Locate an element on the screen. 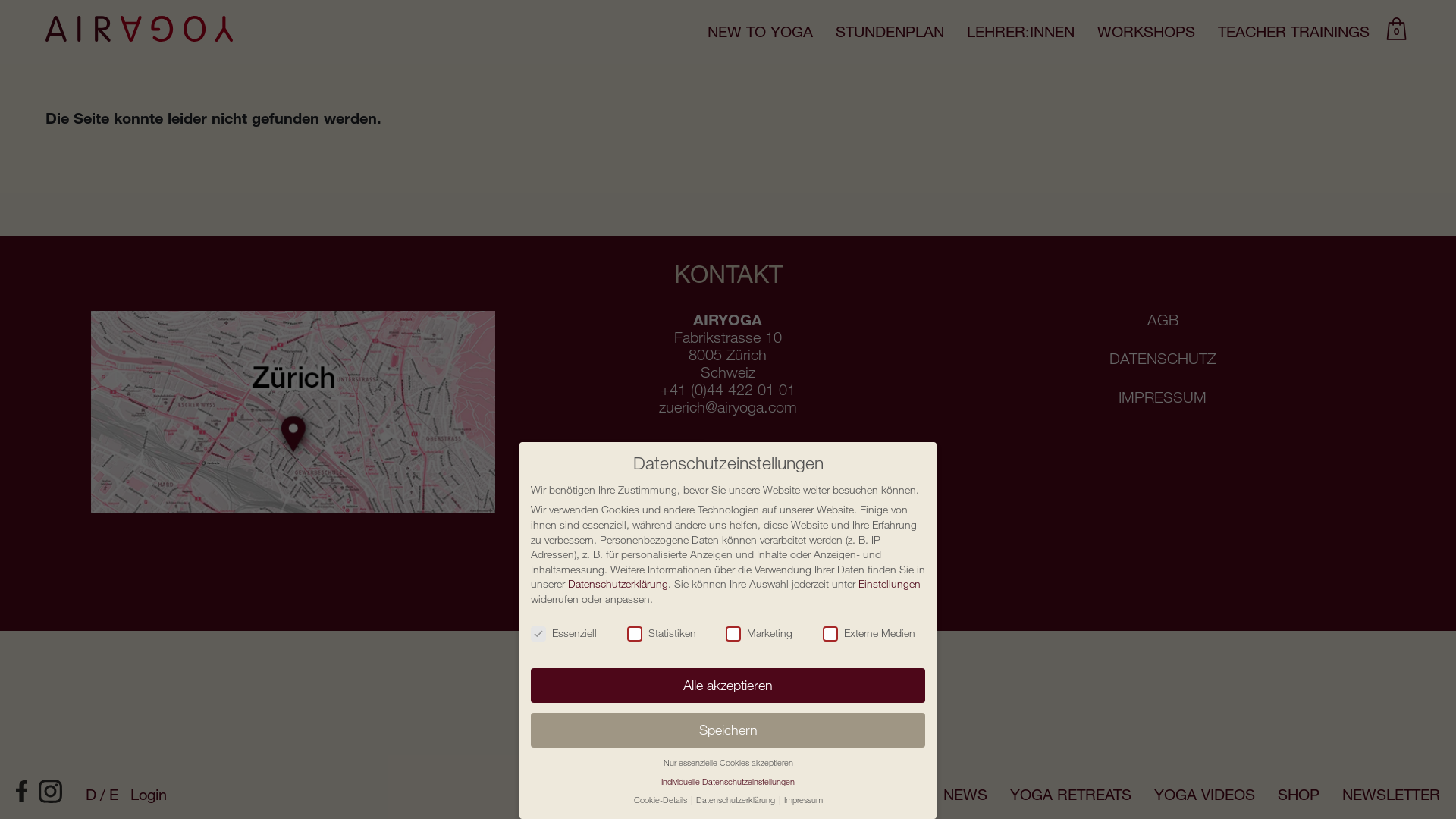  'E' is located at coordinates (112, 792).